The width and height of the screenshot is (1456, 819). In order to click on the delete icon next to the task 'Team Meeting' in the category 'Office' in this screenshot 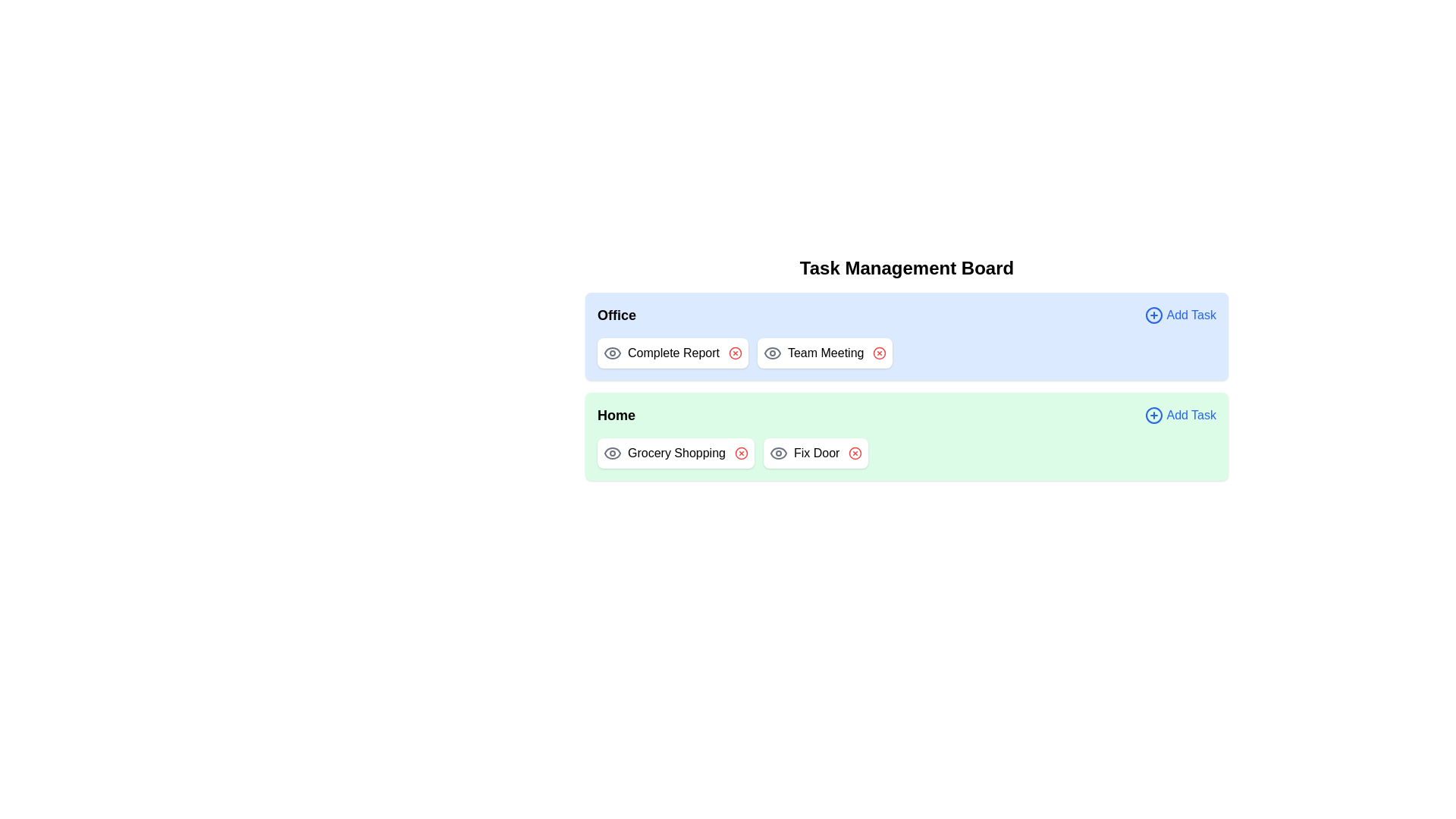, I will do `click(880, 353)`.